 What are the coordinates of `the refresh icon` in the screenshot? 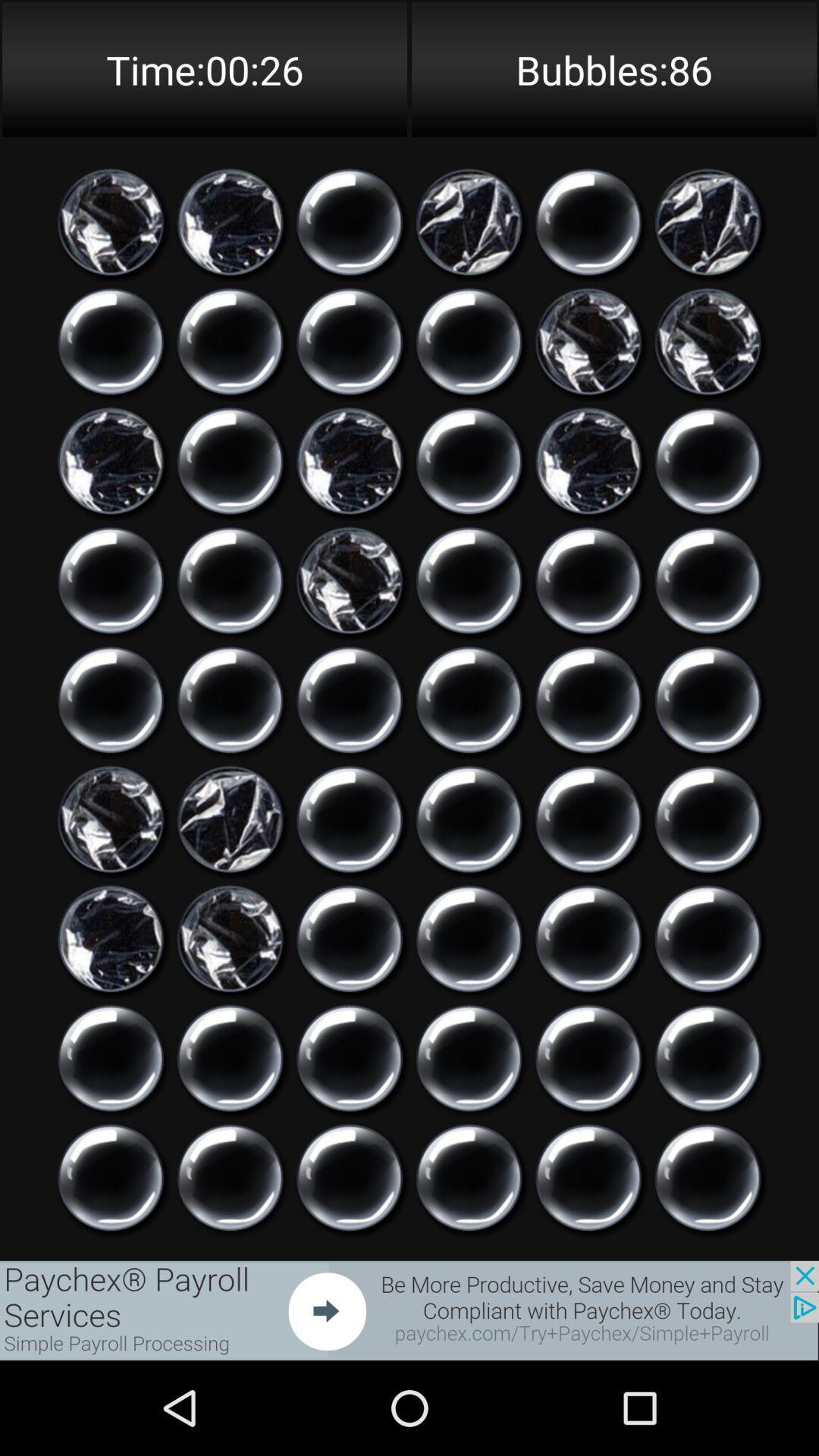 It's located at (350, 1260).